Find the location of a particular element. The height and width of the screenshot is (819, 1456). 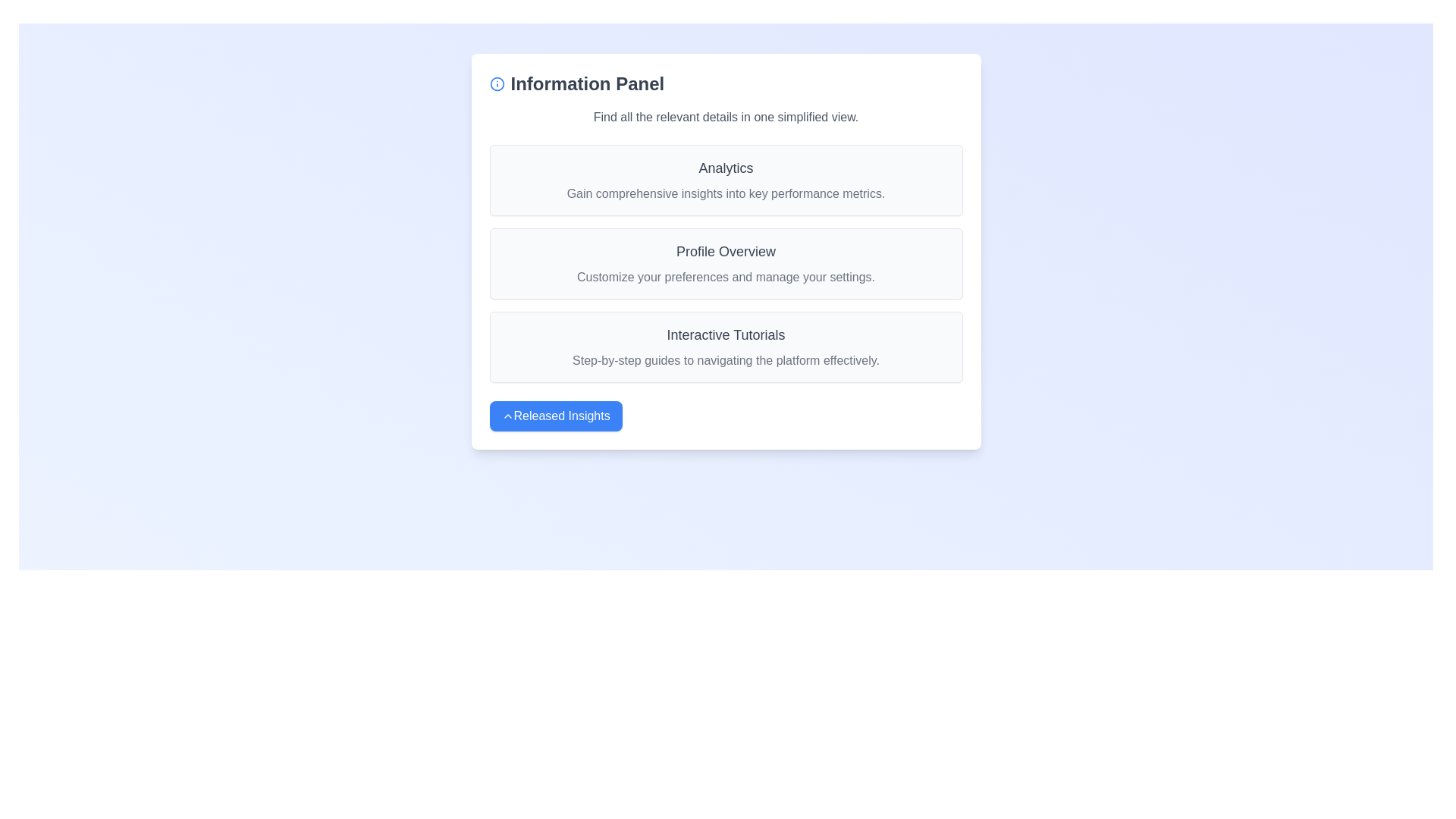

descriptive text label located under the 'Information Panel' title and above the 'Analytics' section to understand the context is located at coordinates (725, 116).